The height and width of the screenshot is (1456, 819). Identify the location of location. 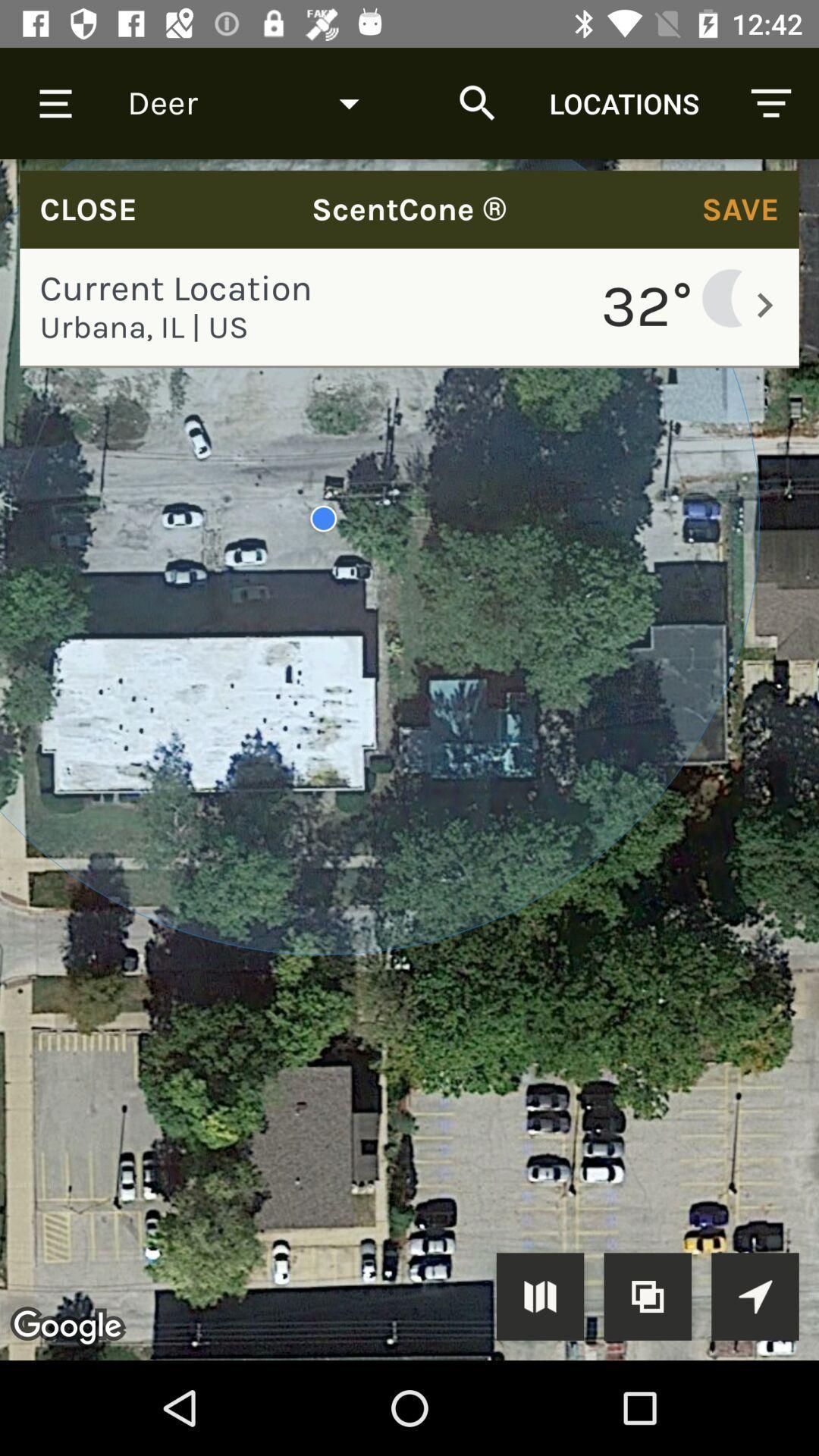
(755, 1295).